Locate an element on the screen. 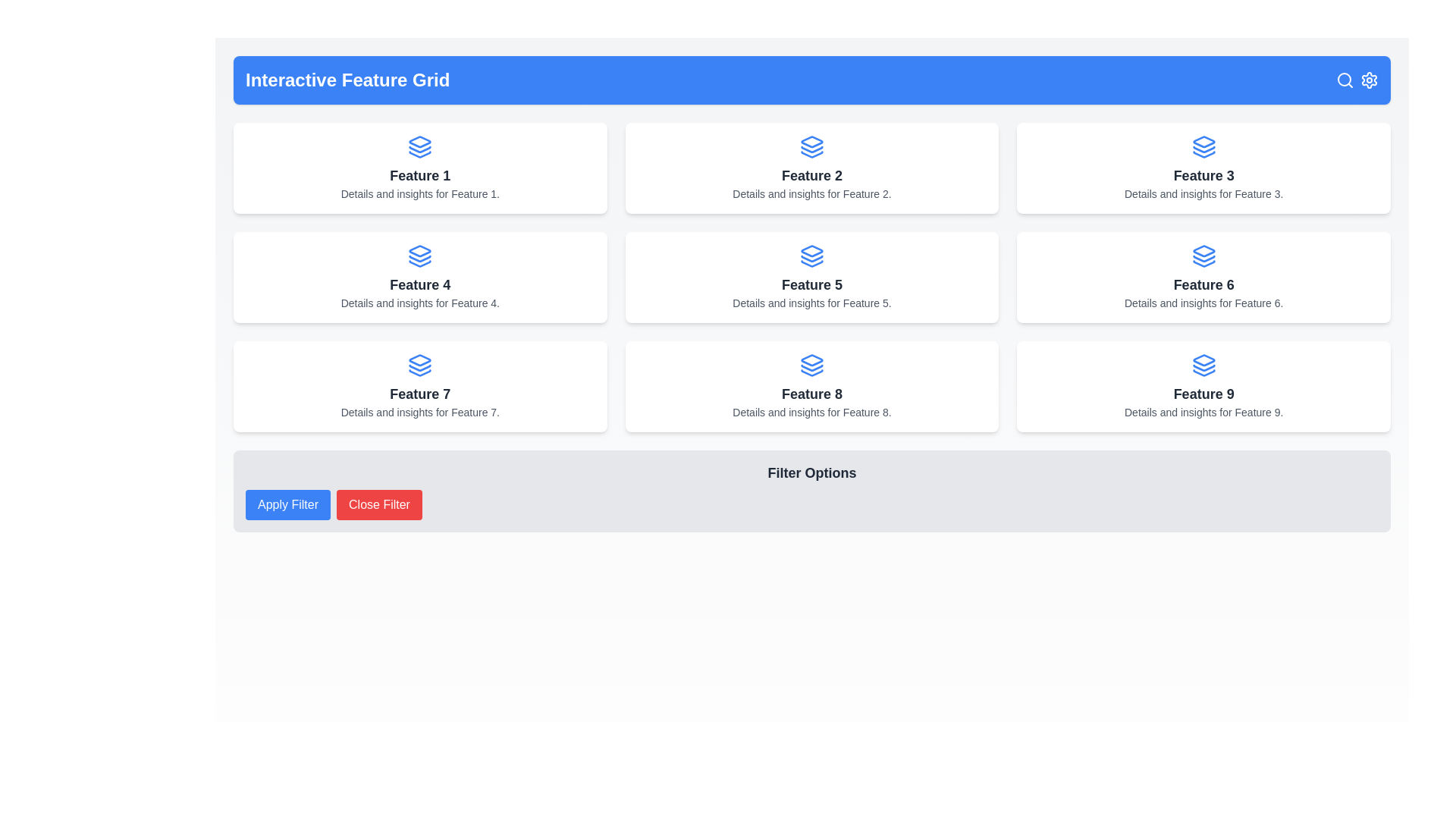 The image size is (1456, 819). the magnifying glass icon button located at the top-right corner of the interface within the blue horizontal header to initiate a search is located at coordinates (1345, 80).